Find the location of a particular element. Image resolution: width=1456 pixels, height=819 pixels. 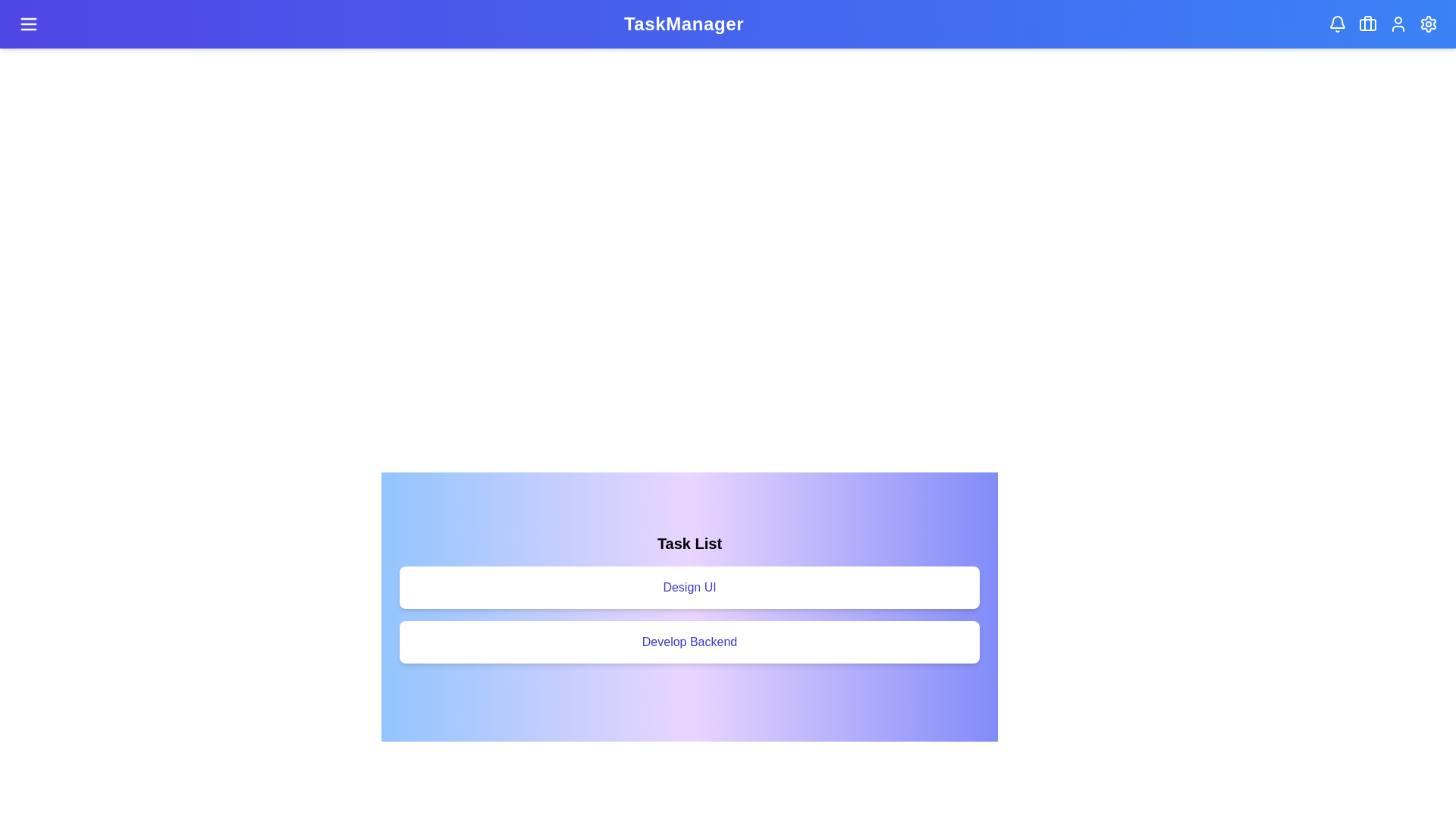

the notifications header icon is located at coordinates (1337, 24).